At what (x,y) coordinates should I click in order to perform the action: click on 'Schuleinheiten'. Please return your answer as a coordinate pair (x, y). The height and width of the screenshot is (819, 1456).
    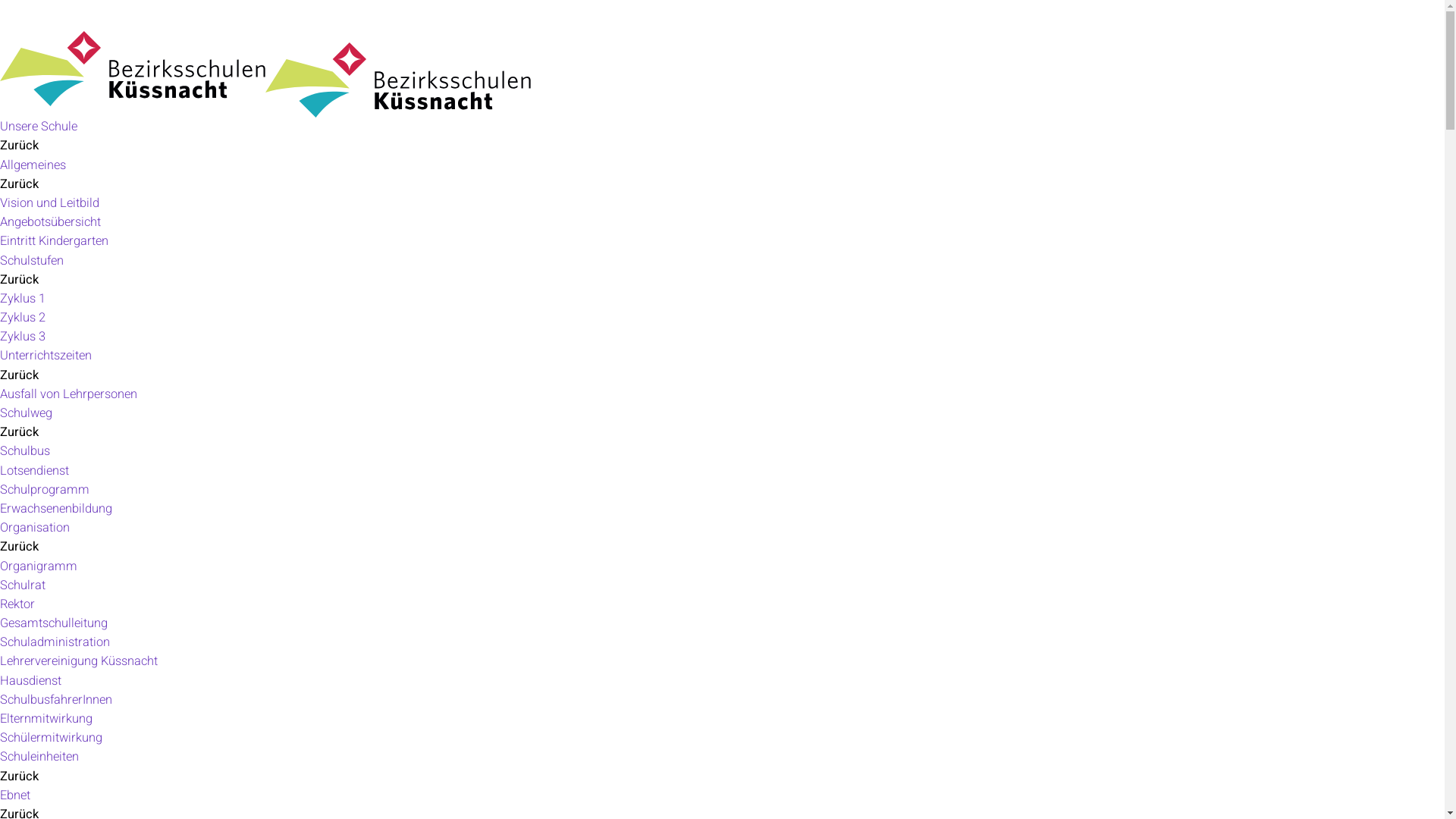
    Looking at the image, I should click on (39, 757).